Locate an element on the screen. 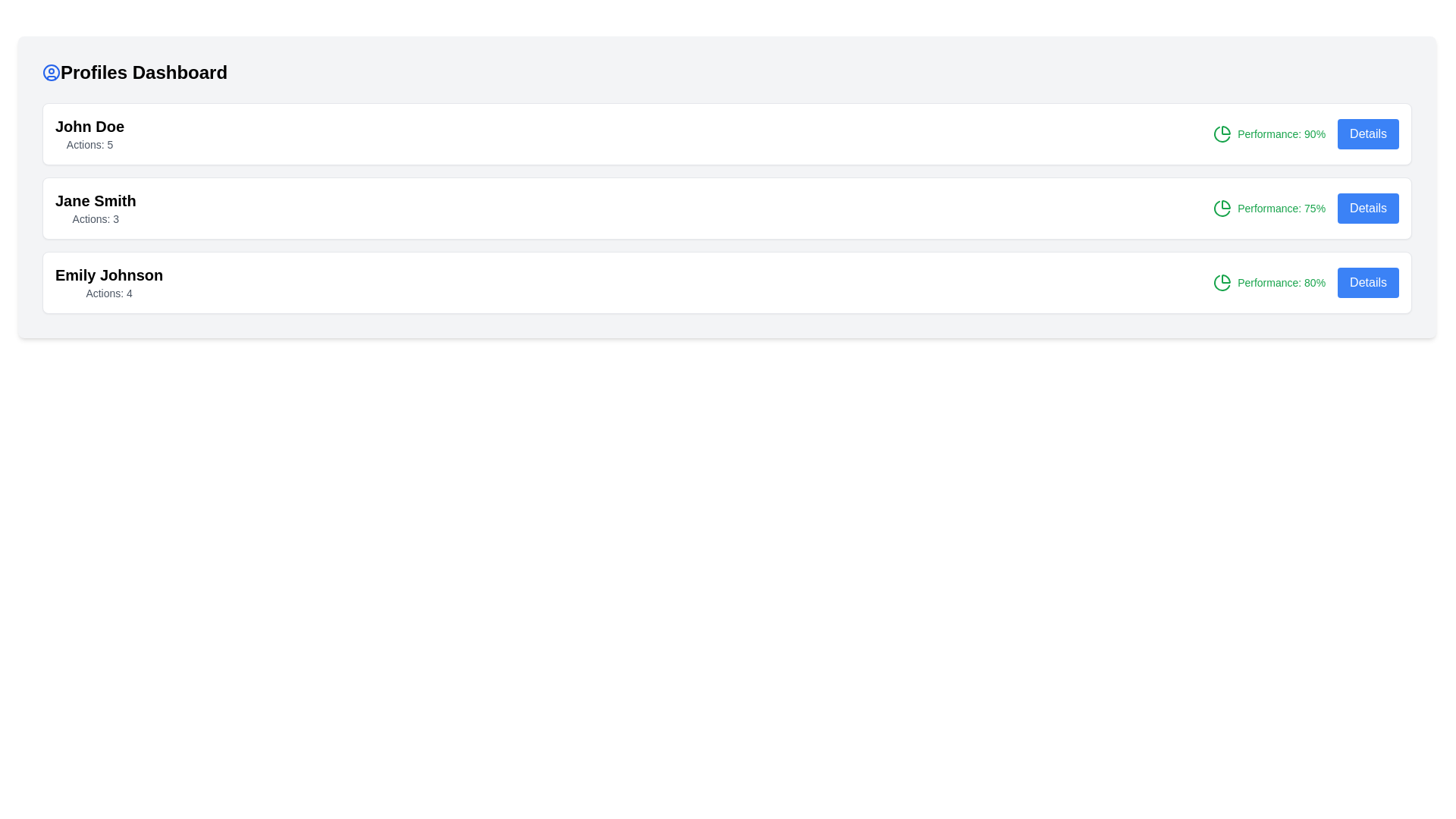 This screenshot has width=1456, height=819. the blue button with rounded corners labeled 'Details' is located at coordinates (1368, 208).